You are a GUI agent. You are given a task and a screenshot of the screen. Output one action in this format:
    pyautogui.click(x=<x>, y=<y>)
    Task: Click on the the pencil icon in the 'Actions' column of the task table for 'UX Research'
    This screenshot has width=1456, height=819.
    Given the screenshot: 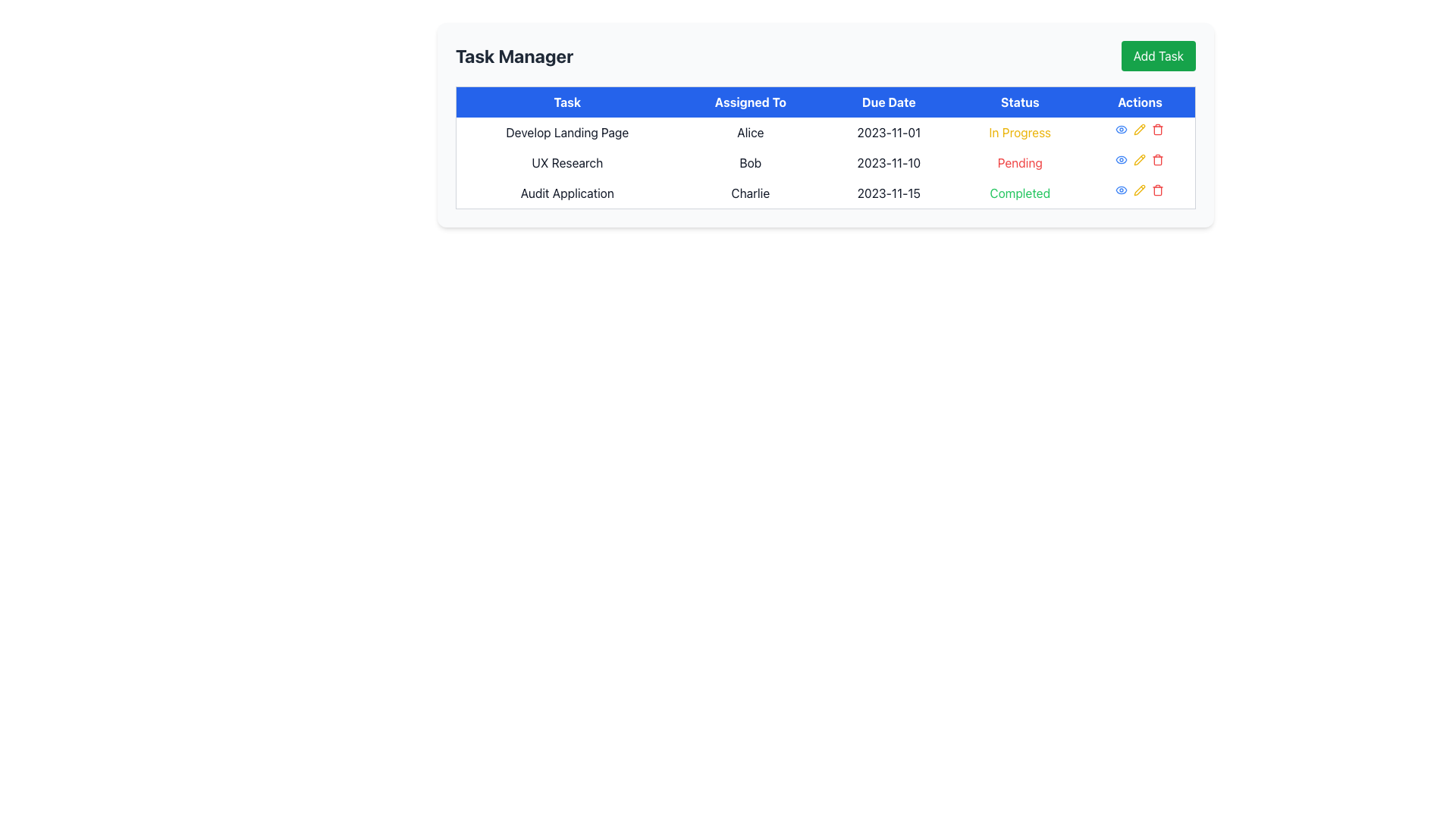 What is the action you would take?
    pyautogui.click(x=1140, y=128)
    